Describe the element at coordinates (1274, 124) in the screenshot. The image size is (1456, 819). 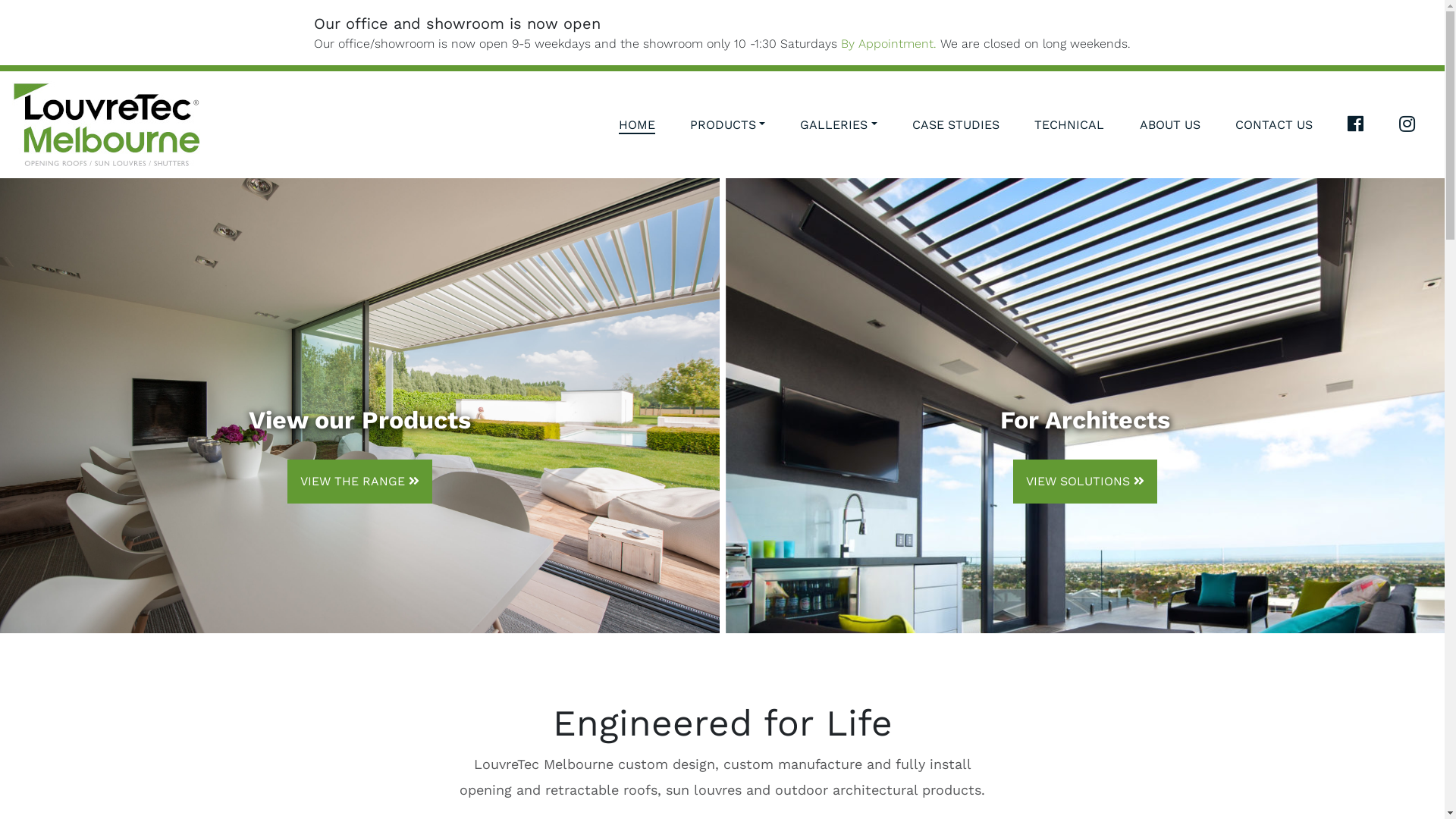
I see `'CONTACT US'` at that location.